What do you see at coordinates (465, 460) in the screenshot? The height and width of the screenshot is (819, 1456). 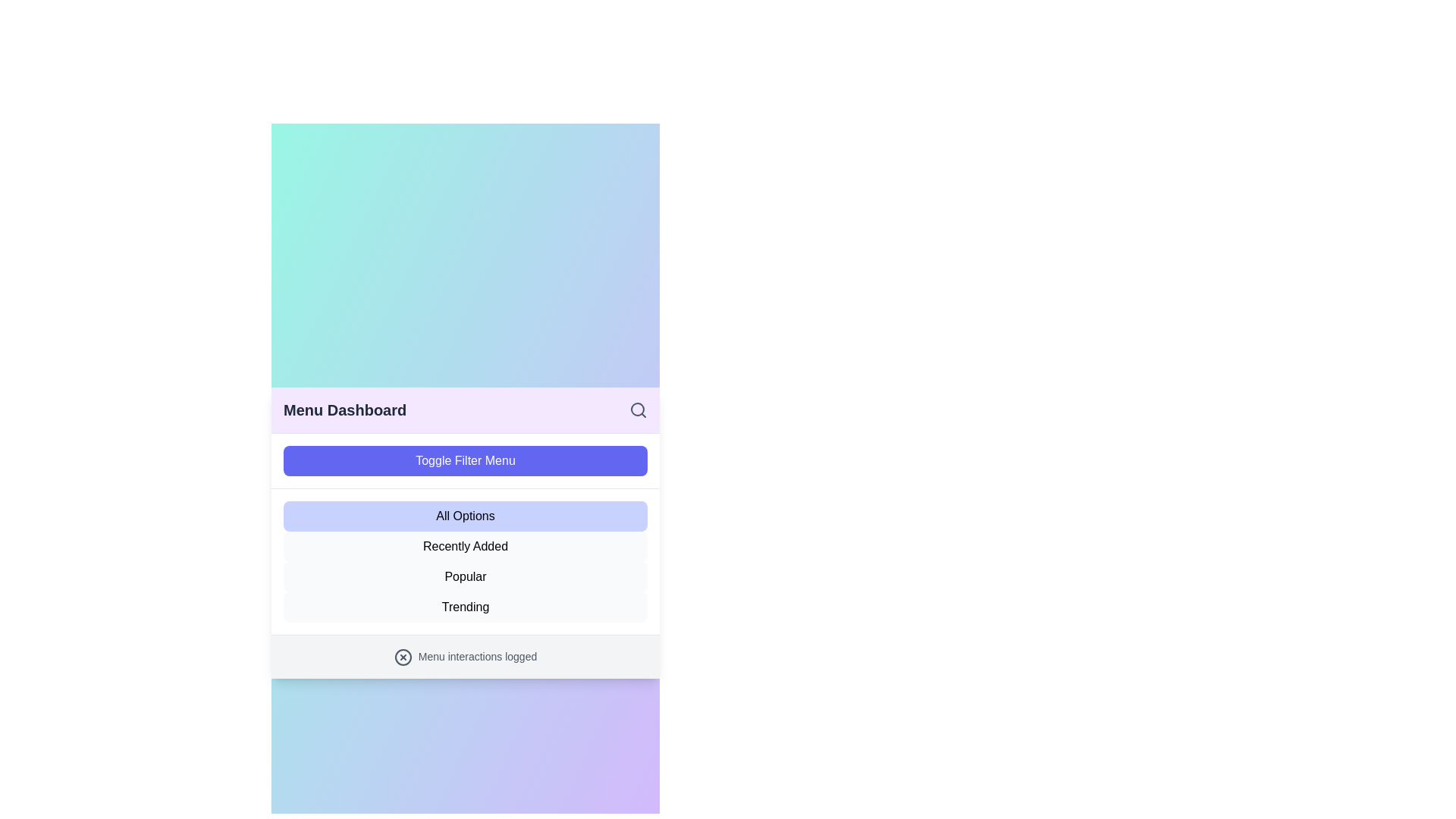 I see `the 'Toggle Filter Menu' button to toggle the visibility of the filter menu` at bounding box center [465, 460].